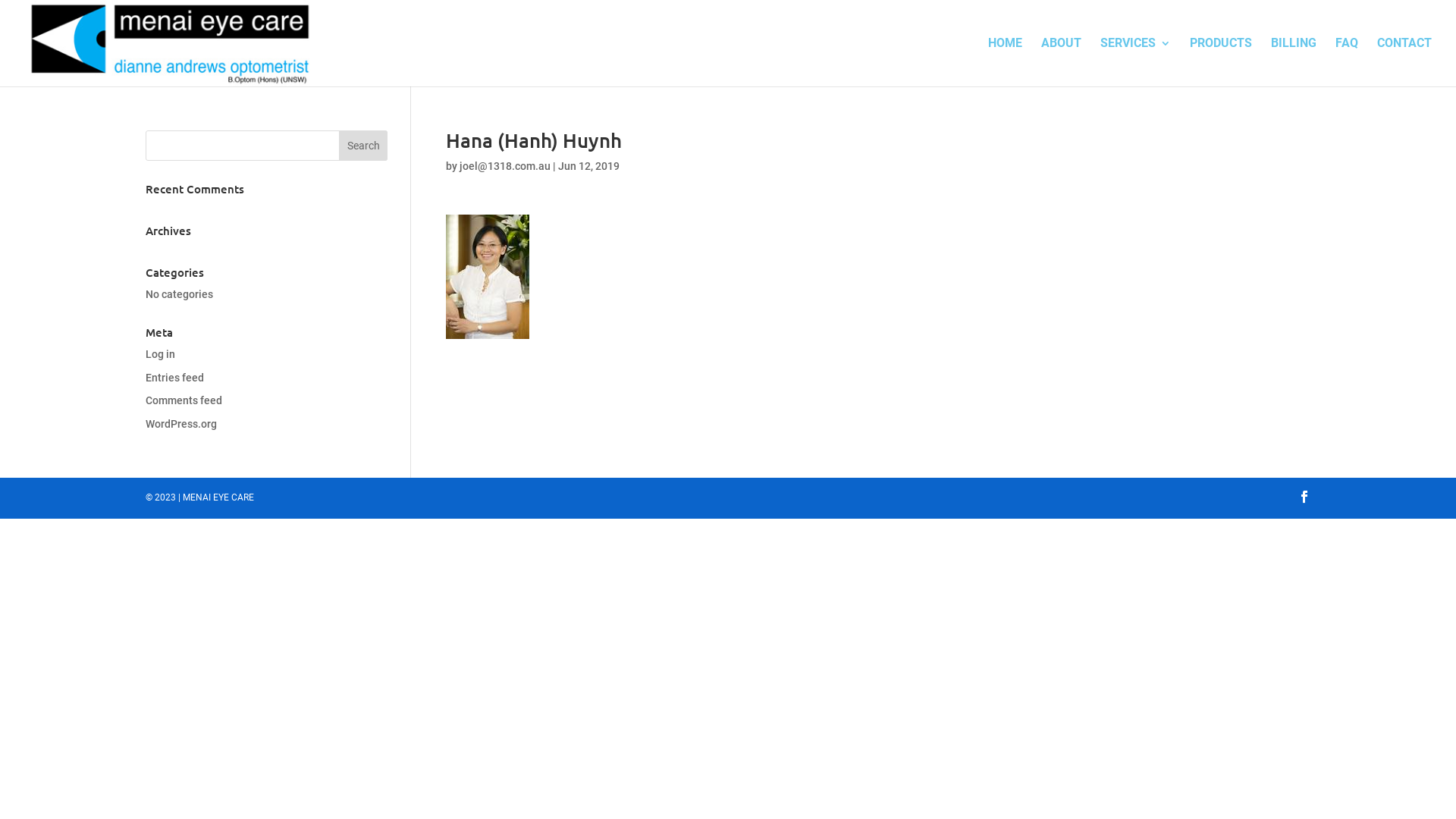 Image resolution: width=1456 pixels, height=819 pixels. I want to click on 'Log in', so click(160, 353).